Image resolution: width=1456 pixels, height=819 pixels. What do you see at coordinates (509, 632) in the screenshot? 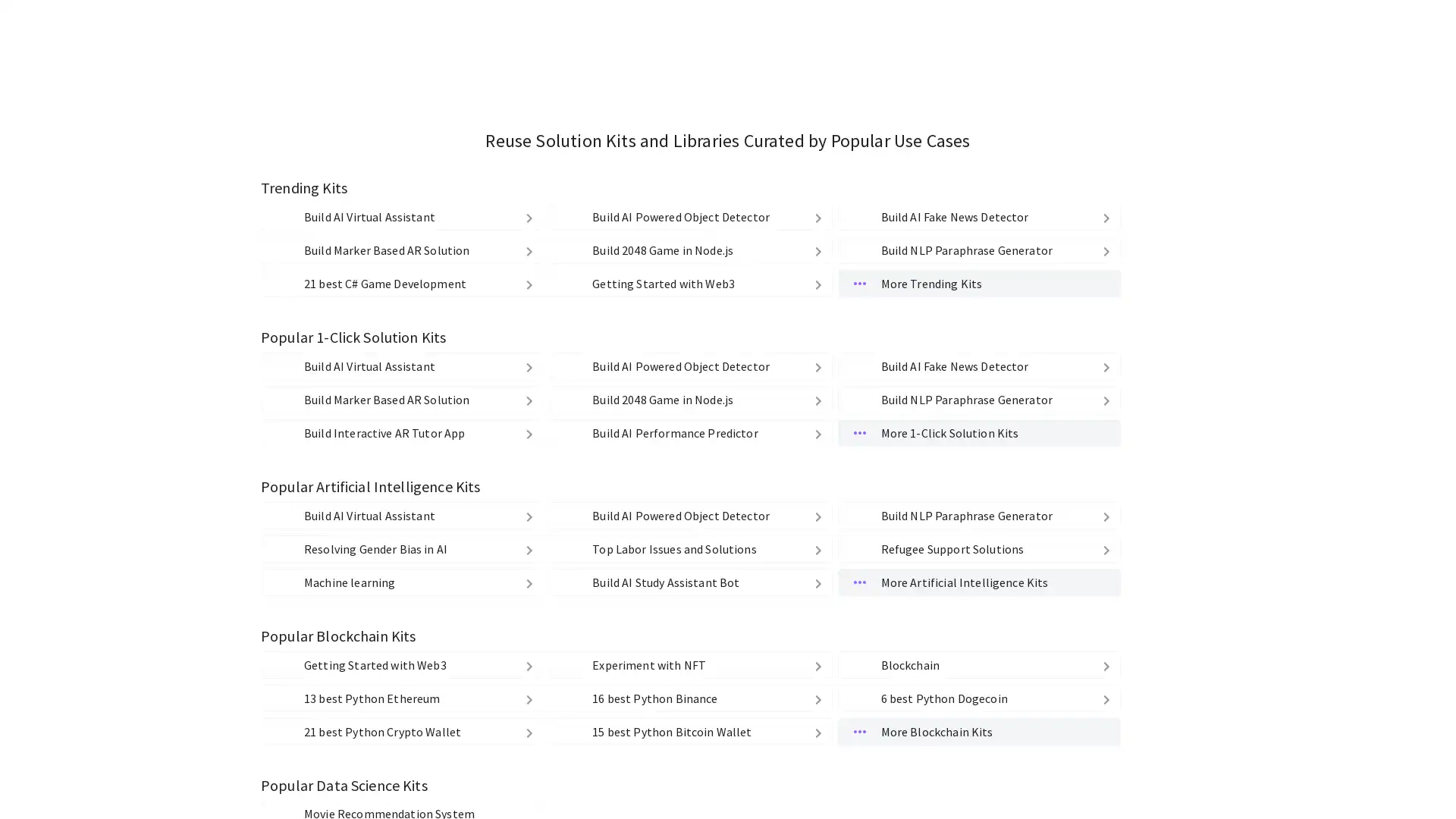
I see `delete` at bounding box center [509, 632].